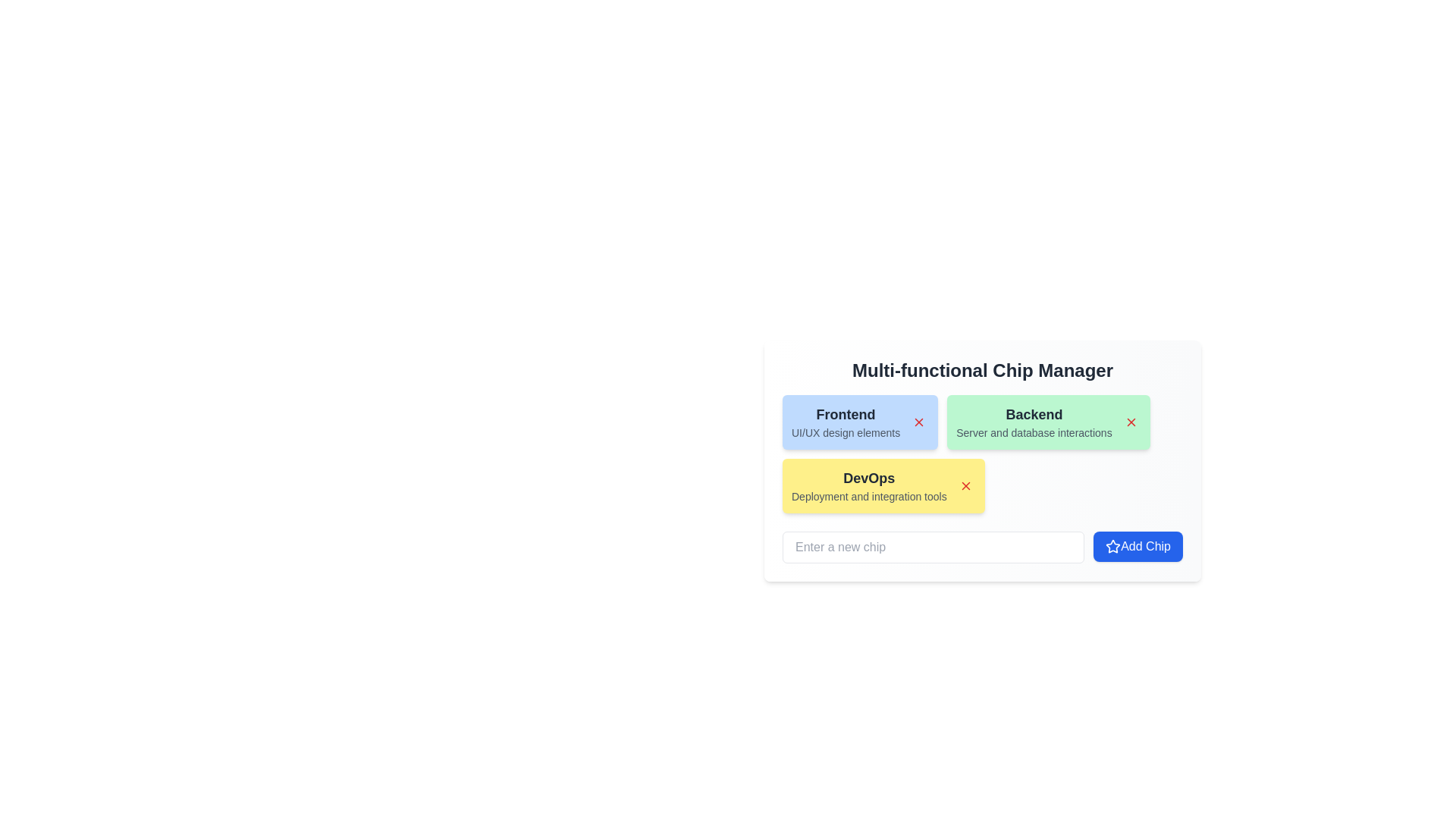 The width and height of the screenshot is (1456, 819). Describe the element at coordinates (918, 422) in the screenshot. I see `the delete button located at the top-right corner of the 'Frontend' card in the 'Multi-functional Chip Manager' layout to potentially display tooltip or highlight effects` at that location.